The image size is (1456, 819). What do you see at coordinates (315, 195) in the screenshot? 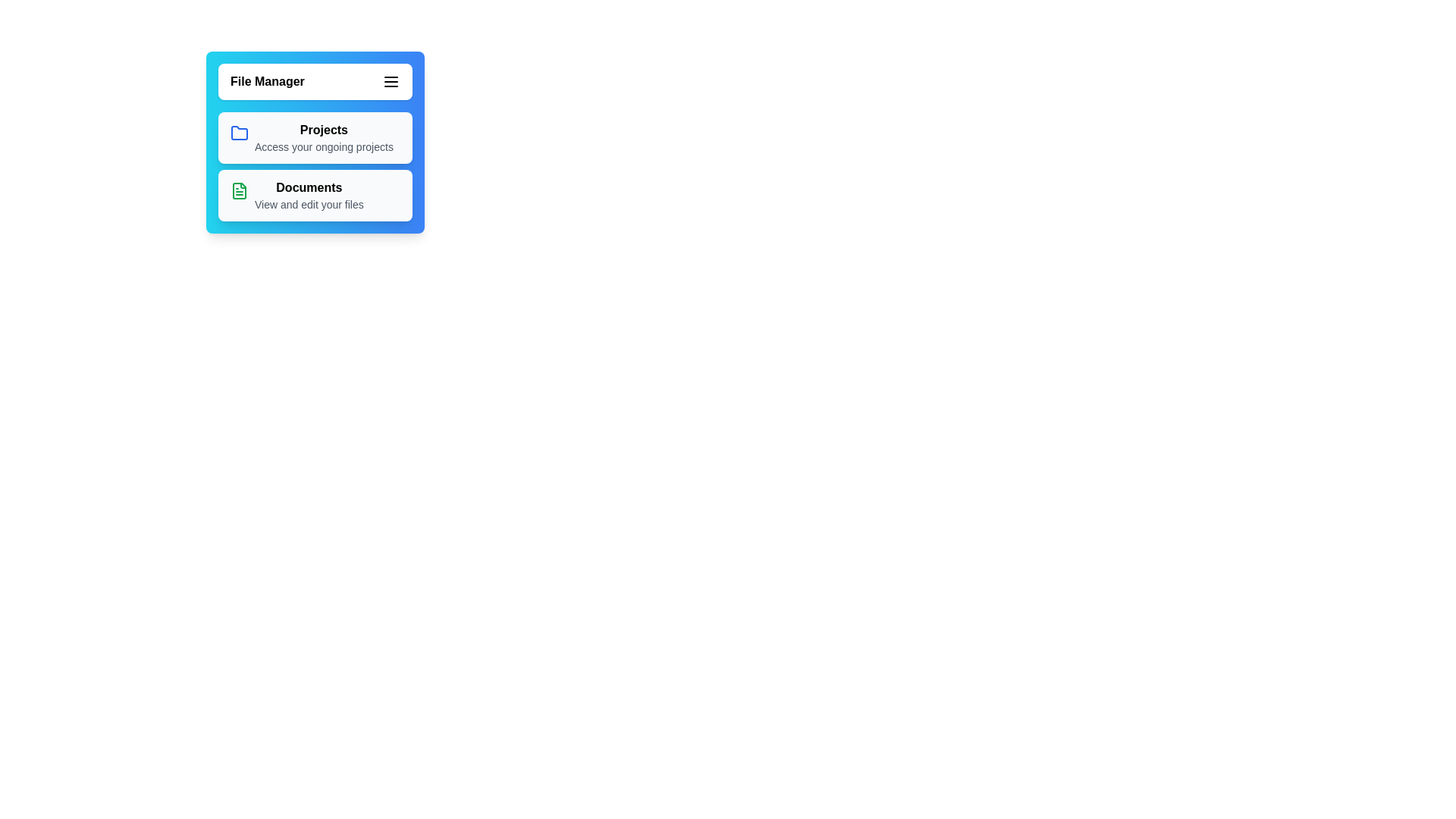
I see `the 'Documents' menu item` at bounding box center [315, 195].